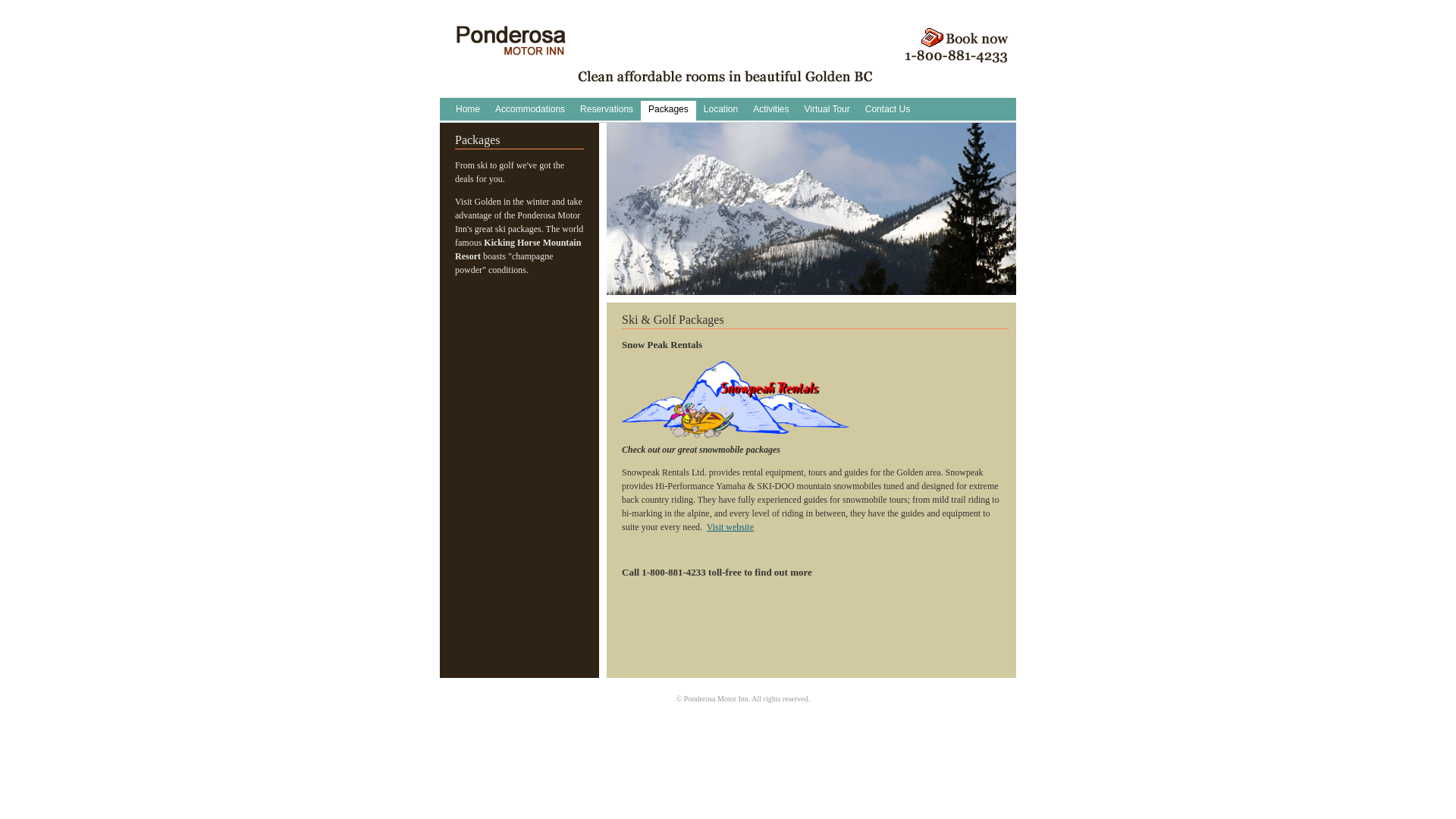 This screenshot has width=1456, height=819. I want to click on 'Accommodations', so click(488, 110).